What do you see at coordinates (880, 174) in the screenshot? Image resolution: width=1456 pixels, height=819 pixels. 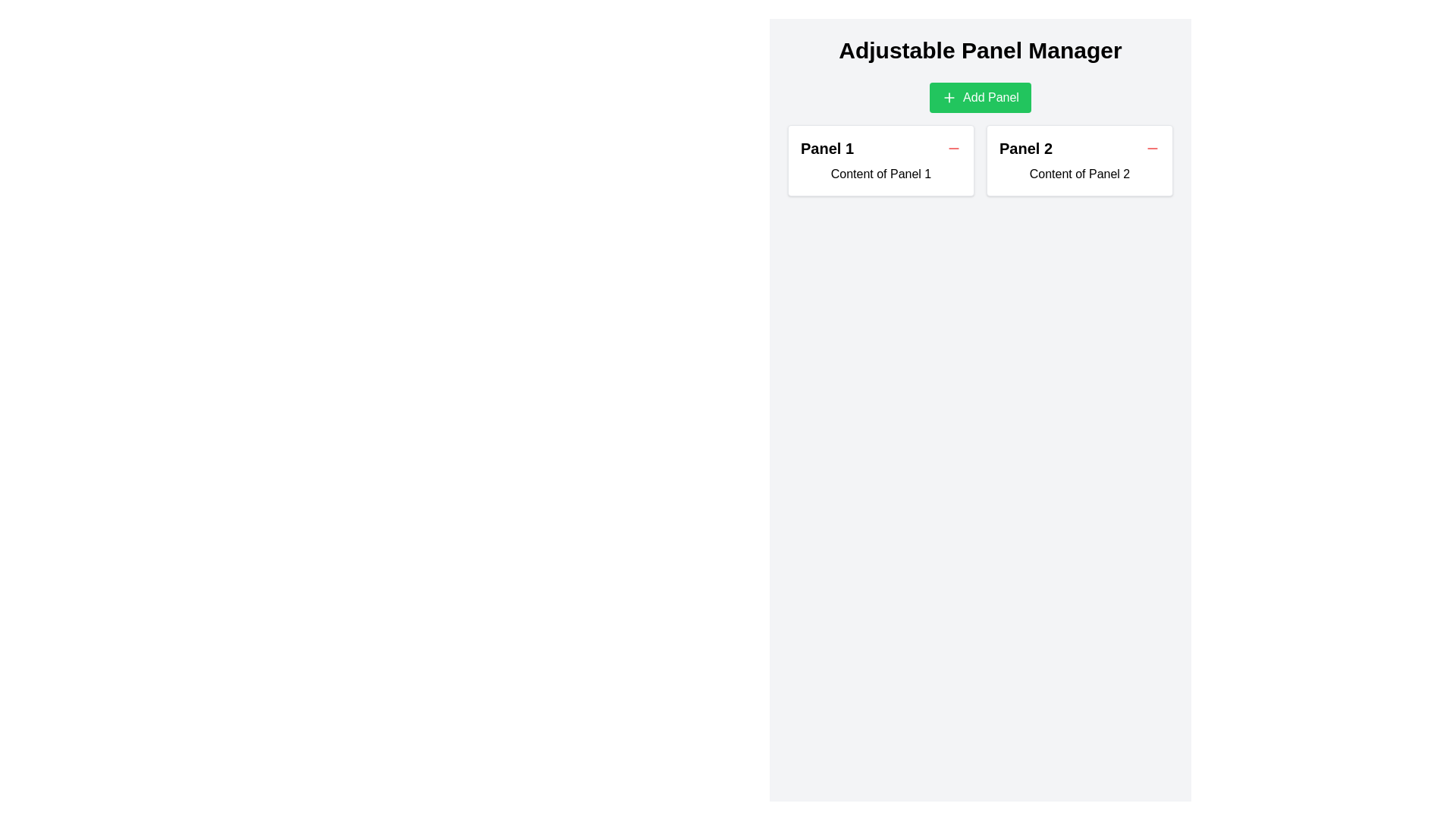 I see `the static text display containing the text 'Content of Panel 1' within the card-like box with a white background, located in the 'Panel 1' section` at bounding box center [880, 174].